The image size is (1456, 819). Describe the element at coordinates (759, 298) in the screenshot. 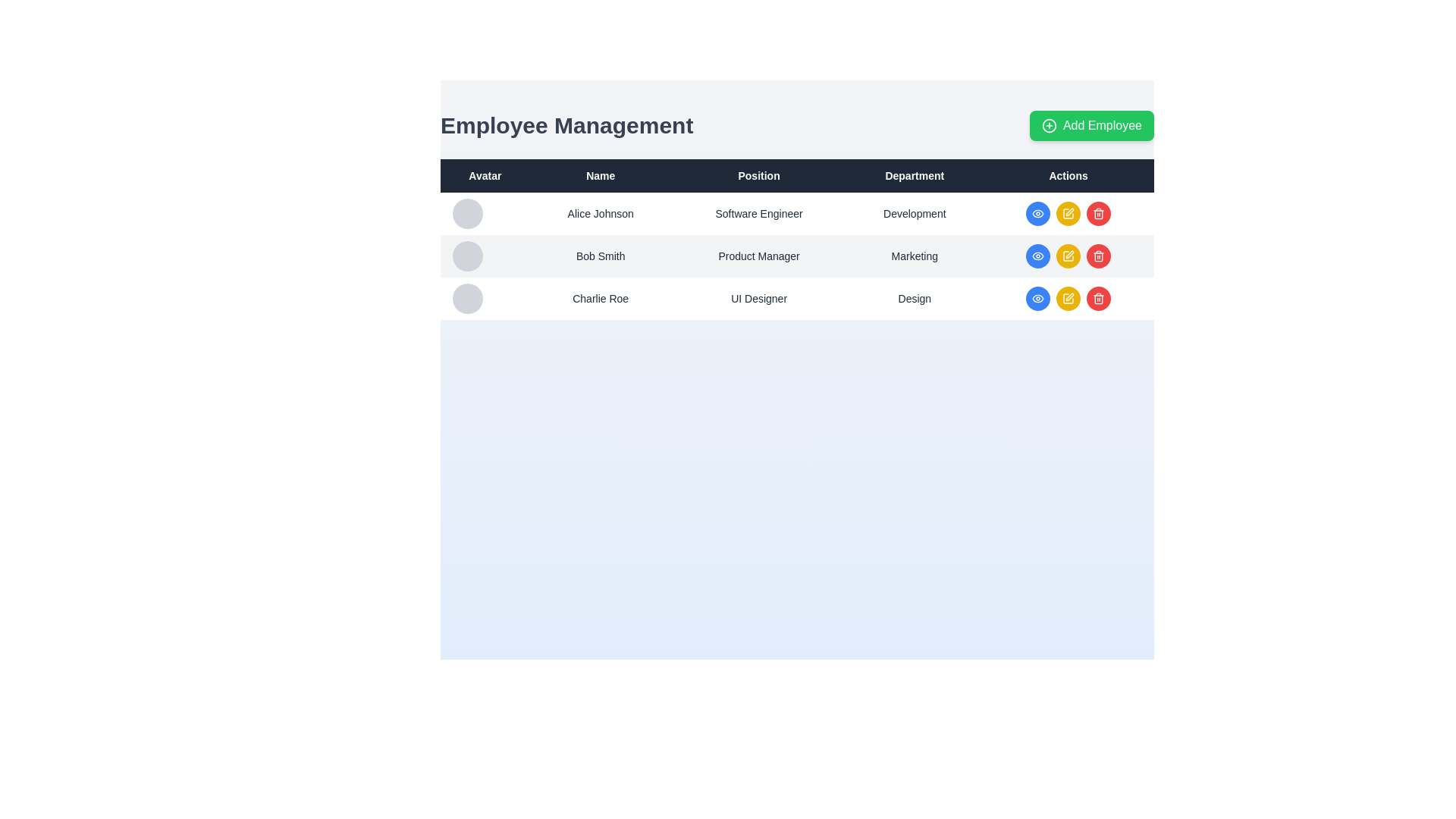

I see `the 'Position' Text Label for the employee 'Charlie Roe' in the table, which displays the job title` at that location.